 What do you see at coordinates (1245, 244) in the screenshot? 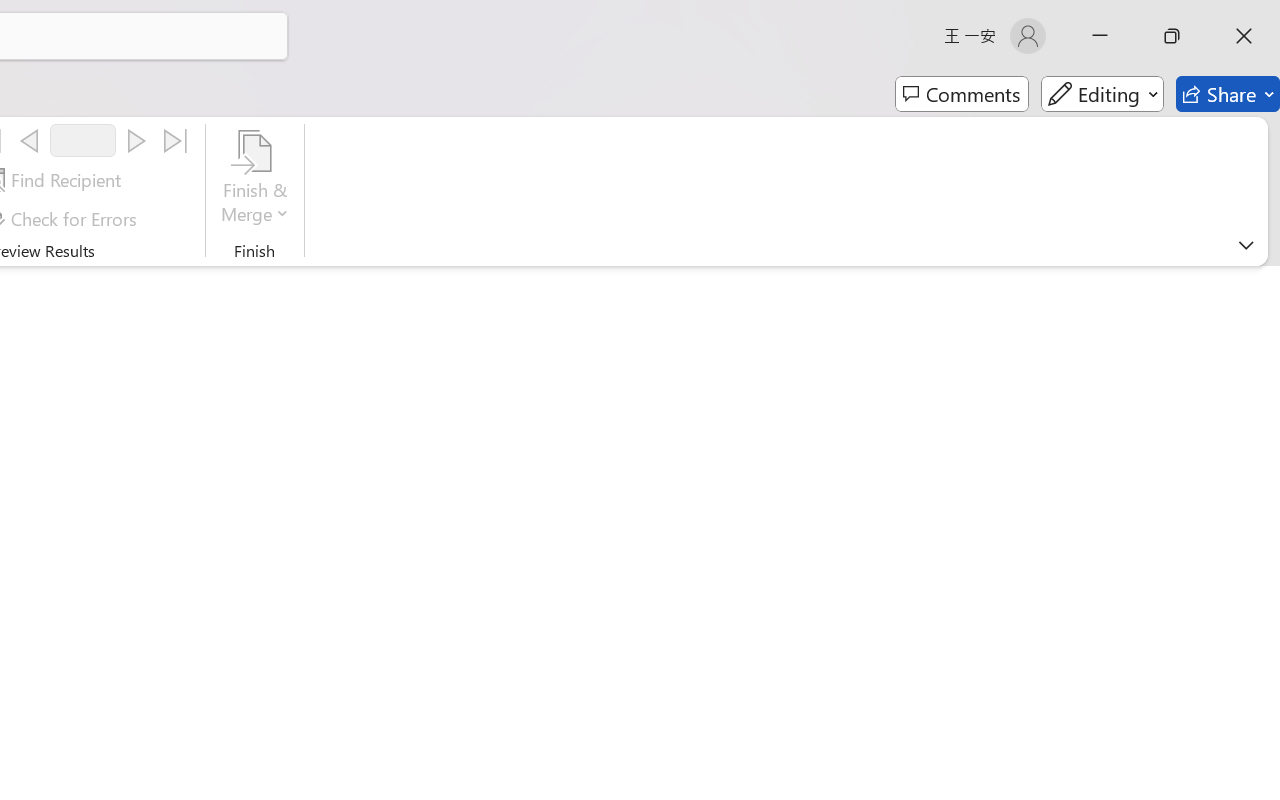
I see `'Ribbon Display Options'` at bounding box center [1245, 244].